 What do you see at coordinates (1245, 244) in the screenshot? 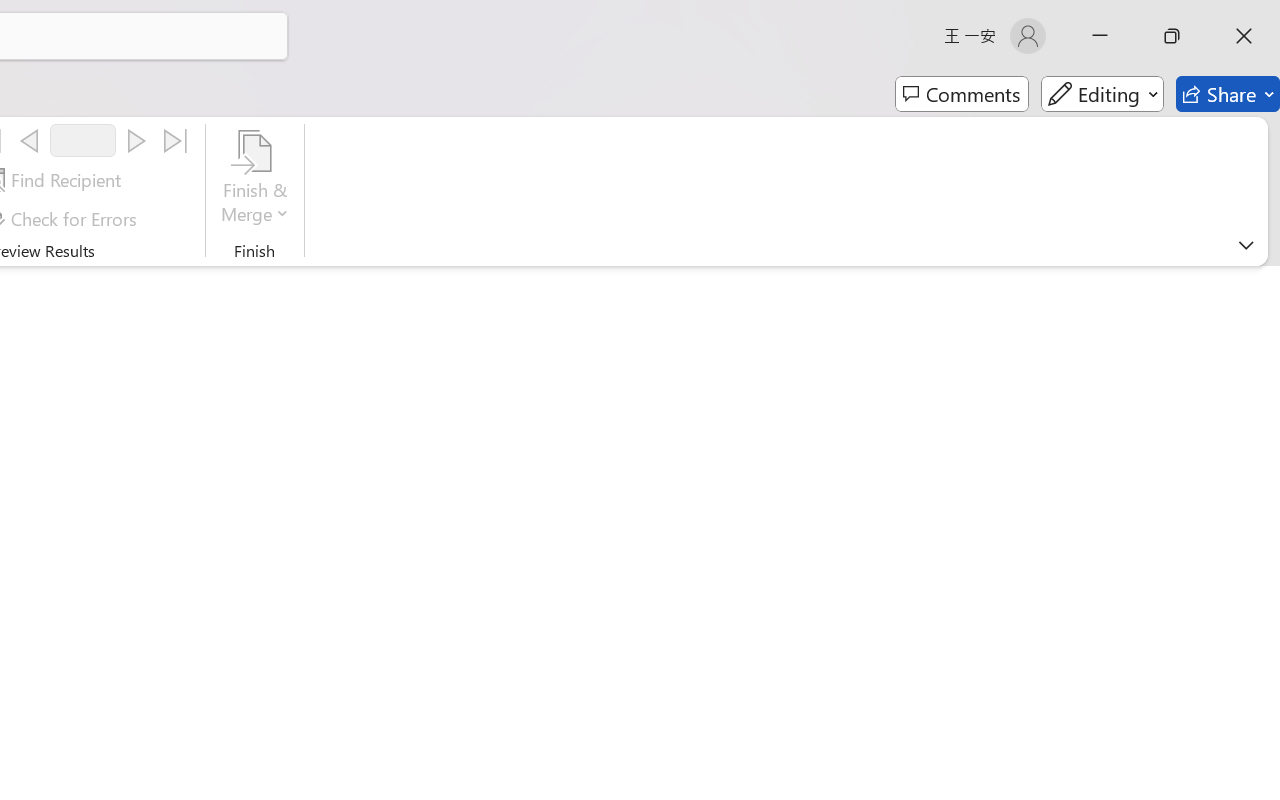
I see `'Ribbon Display Options'` at bounding box center [1245, 244].